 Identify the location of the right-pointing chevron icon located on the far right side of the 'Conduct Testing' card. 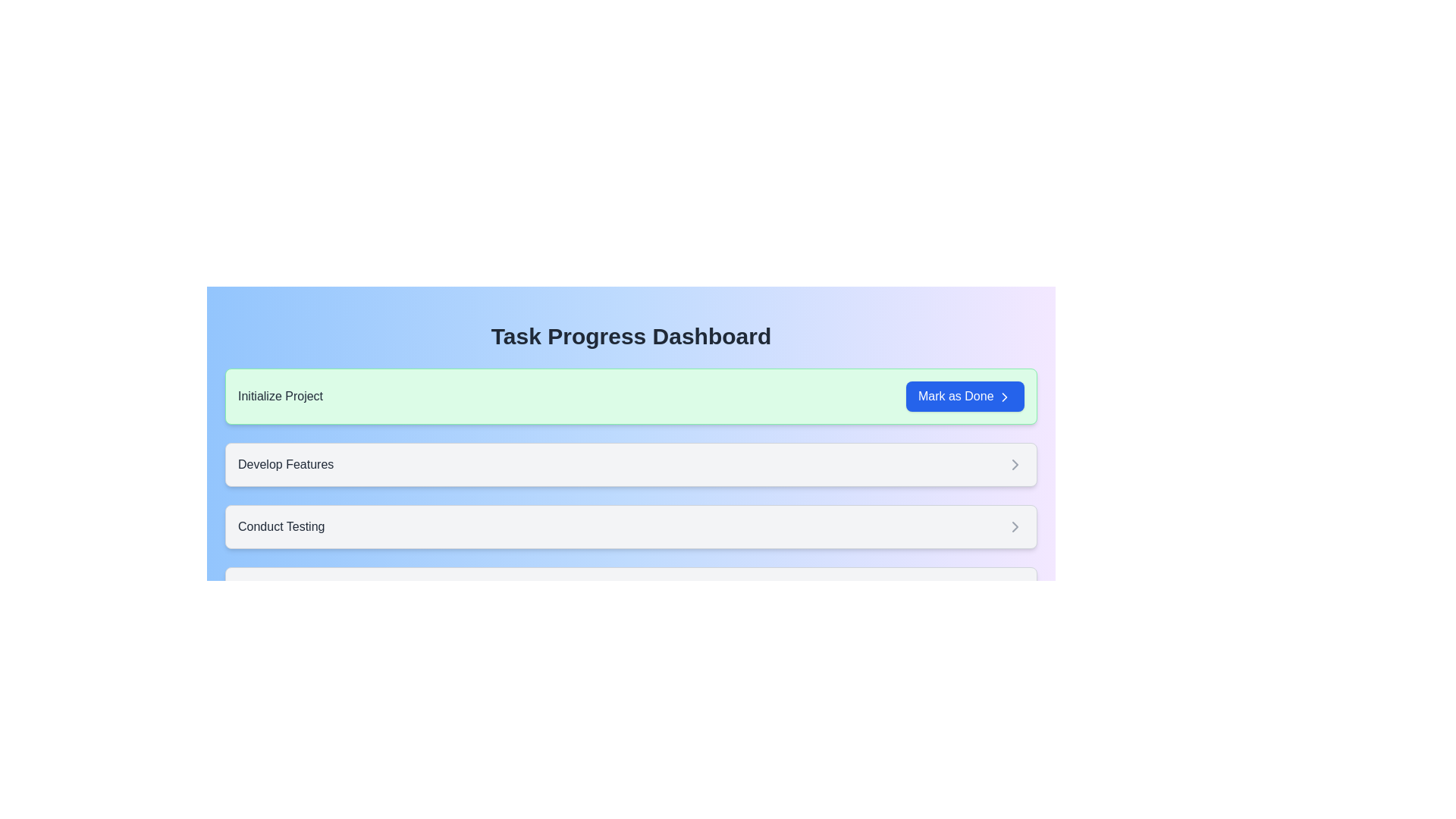
(1015, 526).